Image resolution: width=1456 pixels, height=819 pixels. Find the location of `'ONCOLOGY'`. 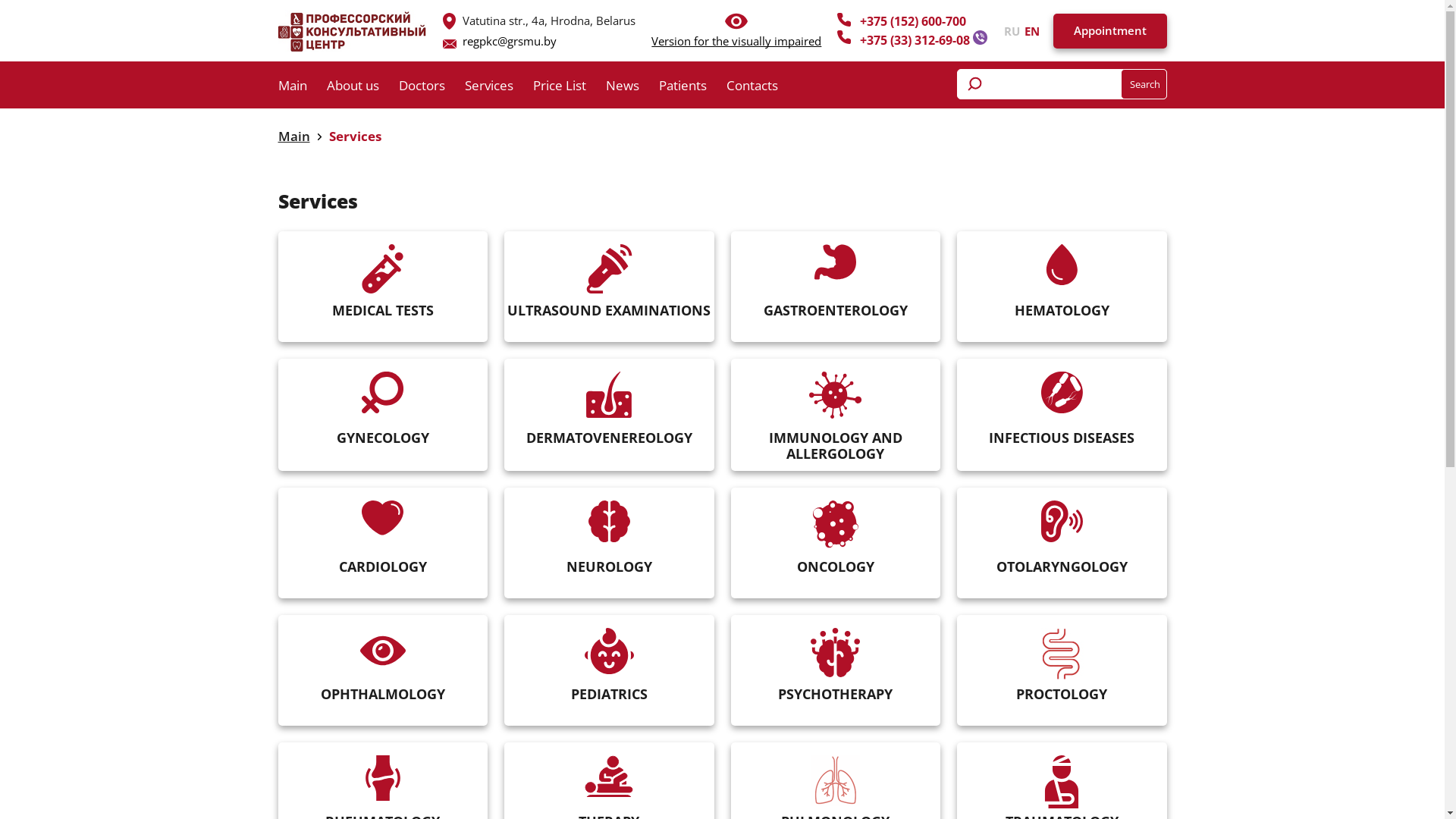

'ONCOLOGY' is located at coordinates (834, 543).